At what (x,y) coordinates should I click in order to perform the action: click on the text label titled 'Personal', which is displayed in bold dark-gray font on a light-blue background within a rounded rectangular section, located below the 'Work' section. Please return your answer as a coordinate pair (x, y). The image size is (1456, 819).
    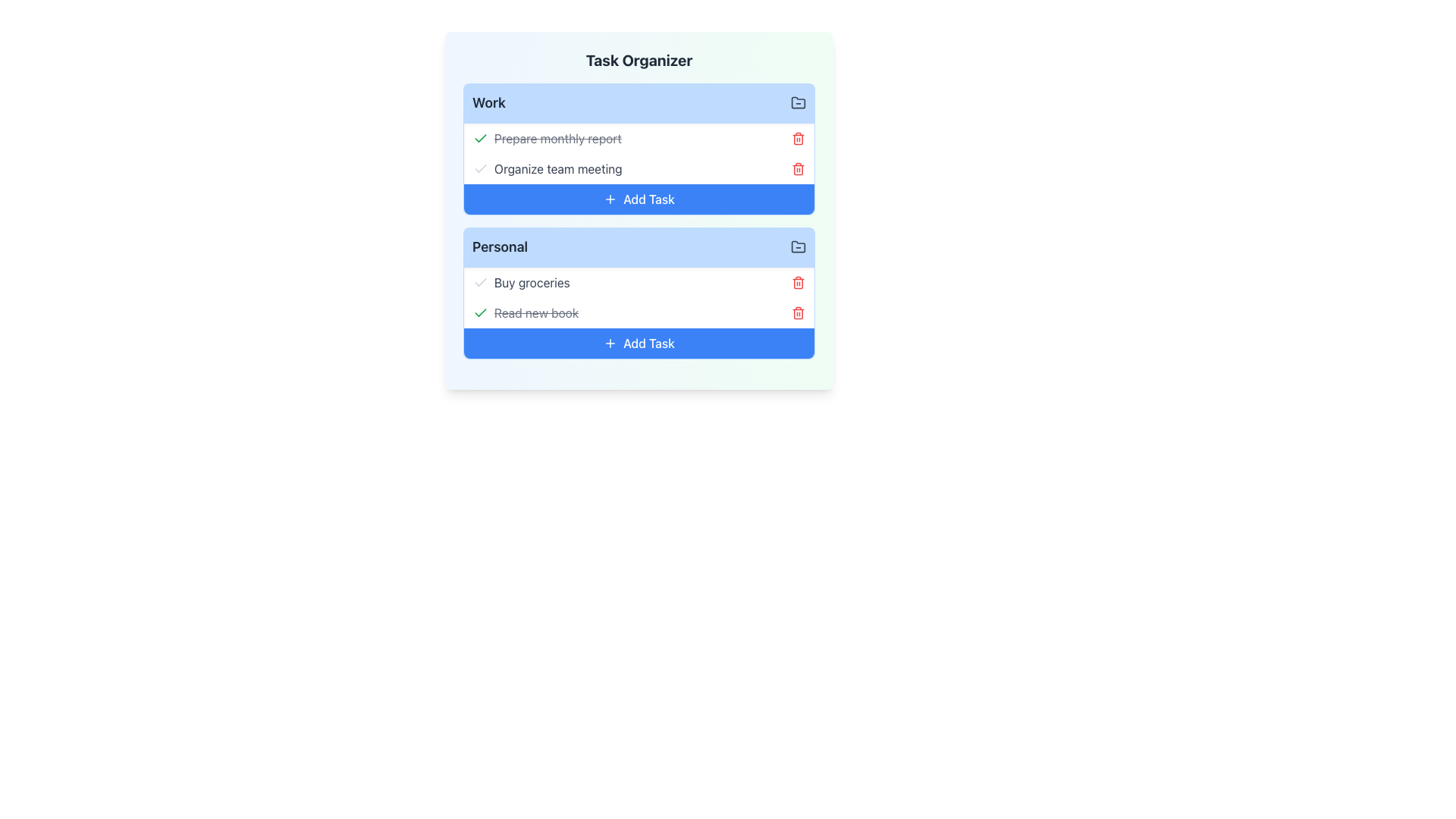
    Looking at the image, I should click on (500, 246).